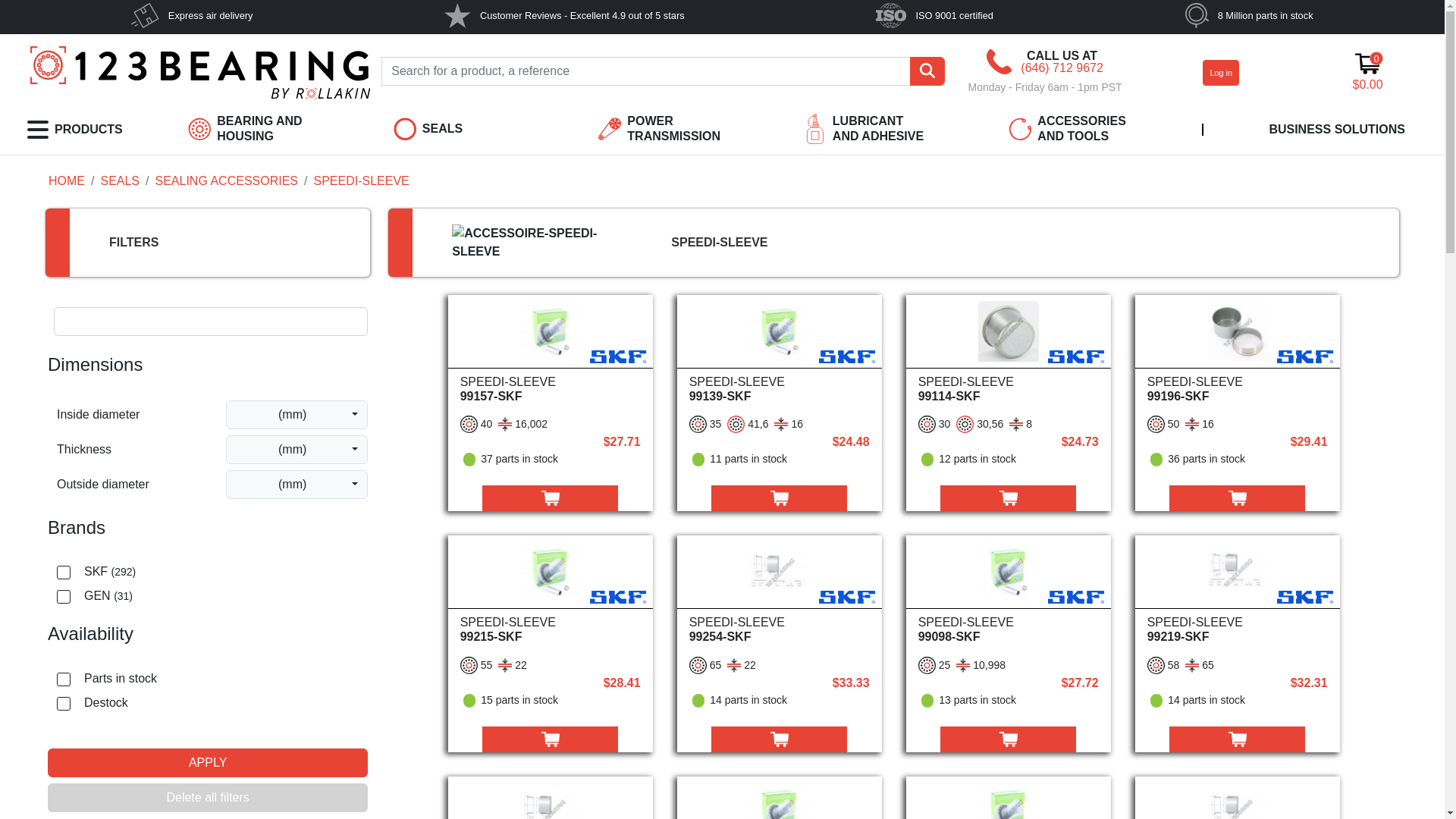 The width and height of the screenshot is (1456, 819). Describe the element at coordinates (662, 128) in the screenshot. I see `'POWER TRANSMISSION'` at that location.